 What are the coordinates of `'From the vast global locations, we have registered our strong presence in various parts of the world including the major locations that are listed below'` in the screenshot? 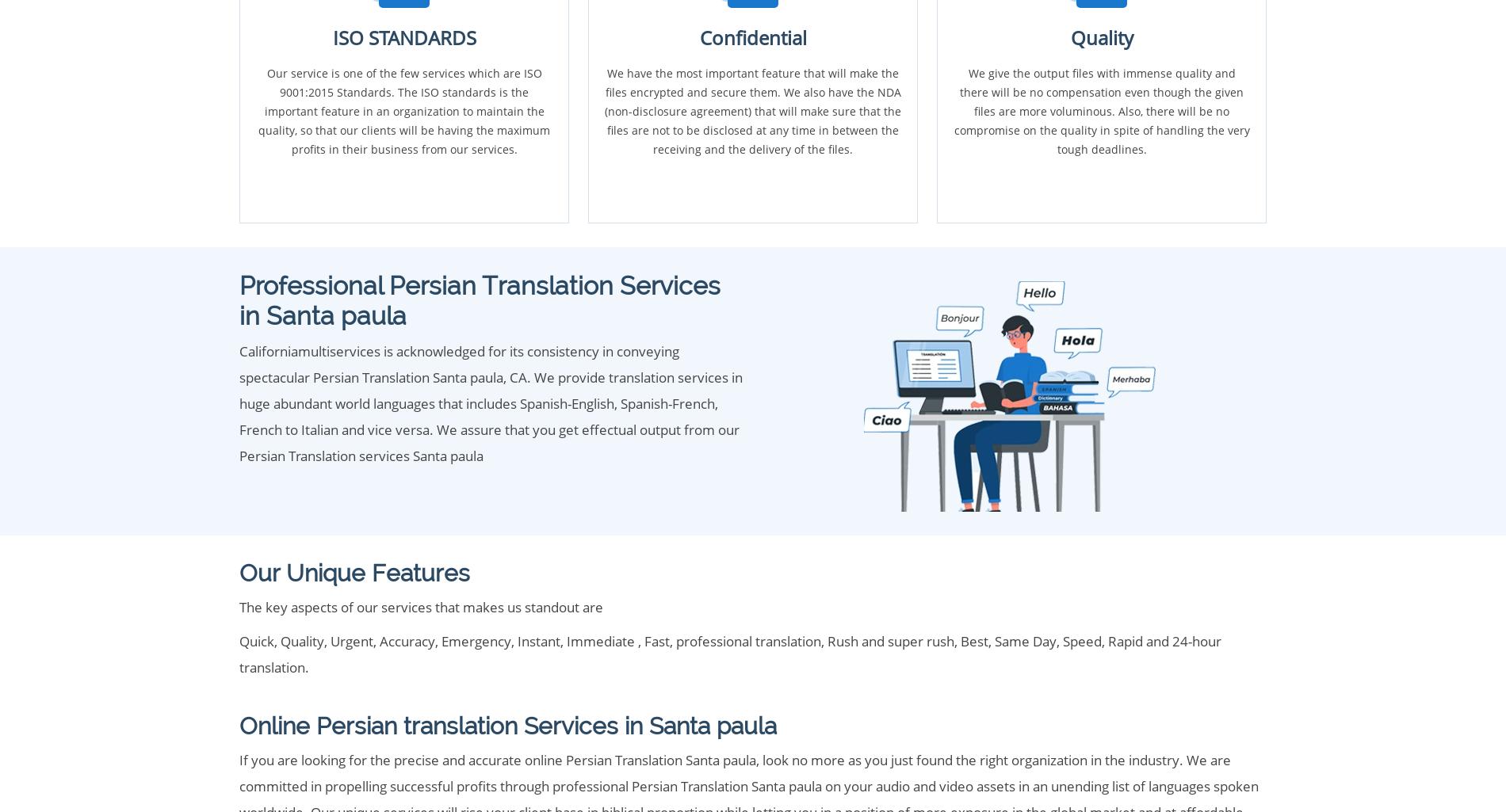 It's located at (698, 163).